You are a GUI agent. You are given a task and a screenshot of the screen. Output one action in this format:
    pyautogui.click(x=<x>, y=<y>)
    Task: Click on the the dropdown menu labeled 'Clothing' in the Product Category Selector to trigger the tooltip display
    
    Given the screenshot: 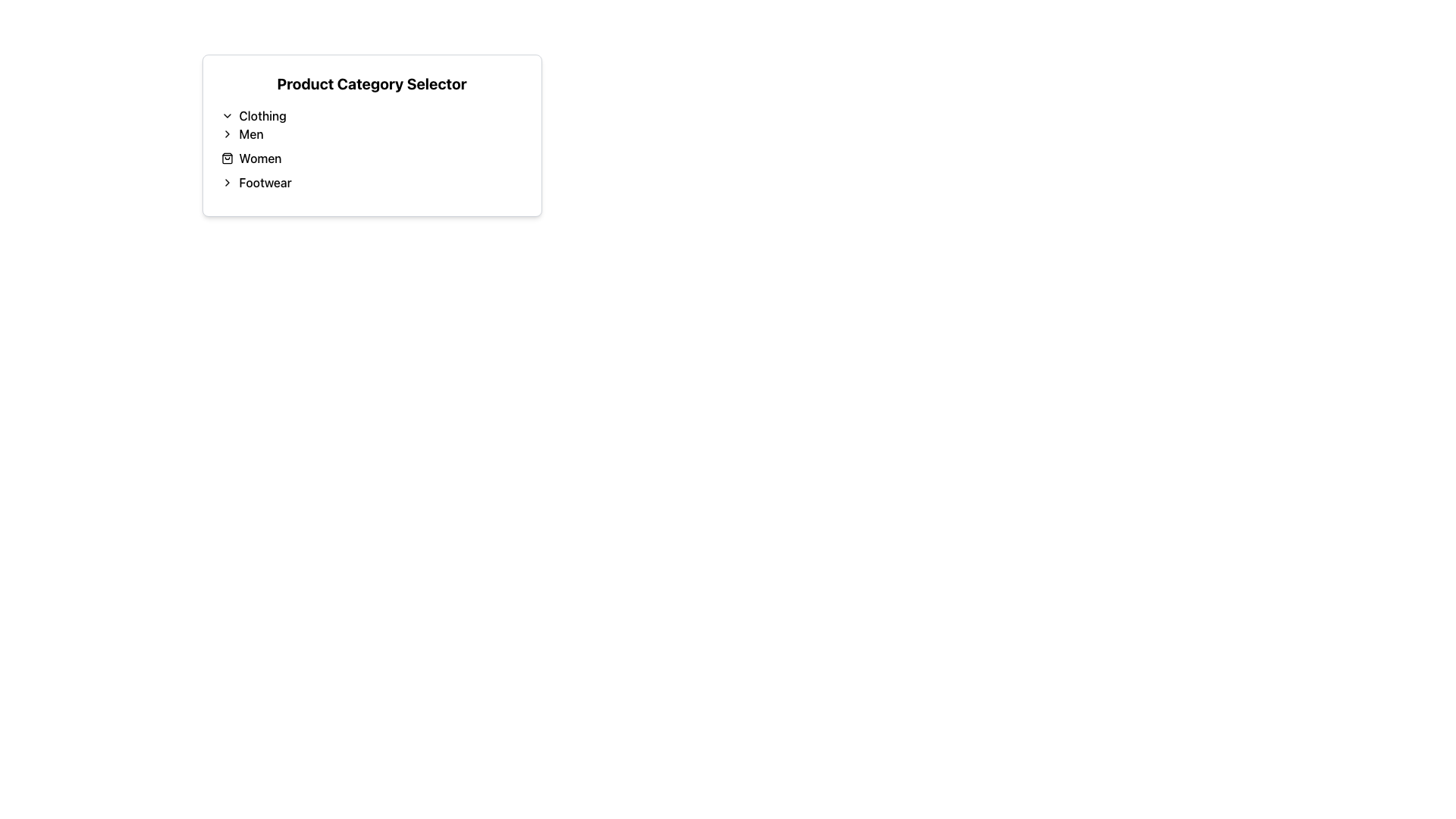 What is the action you would take?
    pyautogui.click(x=372, y=137)
    